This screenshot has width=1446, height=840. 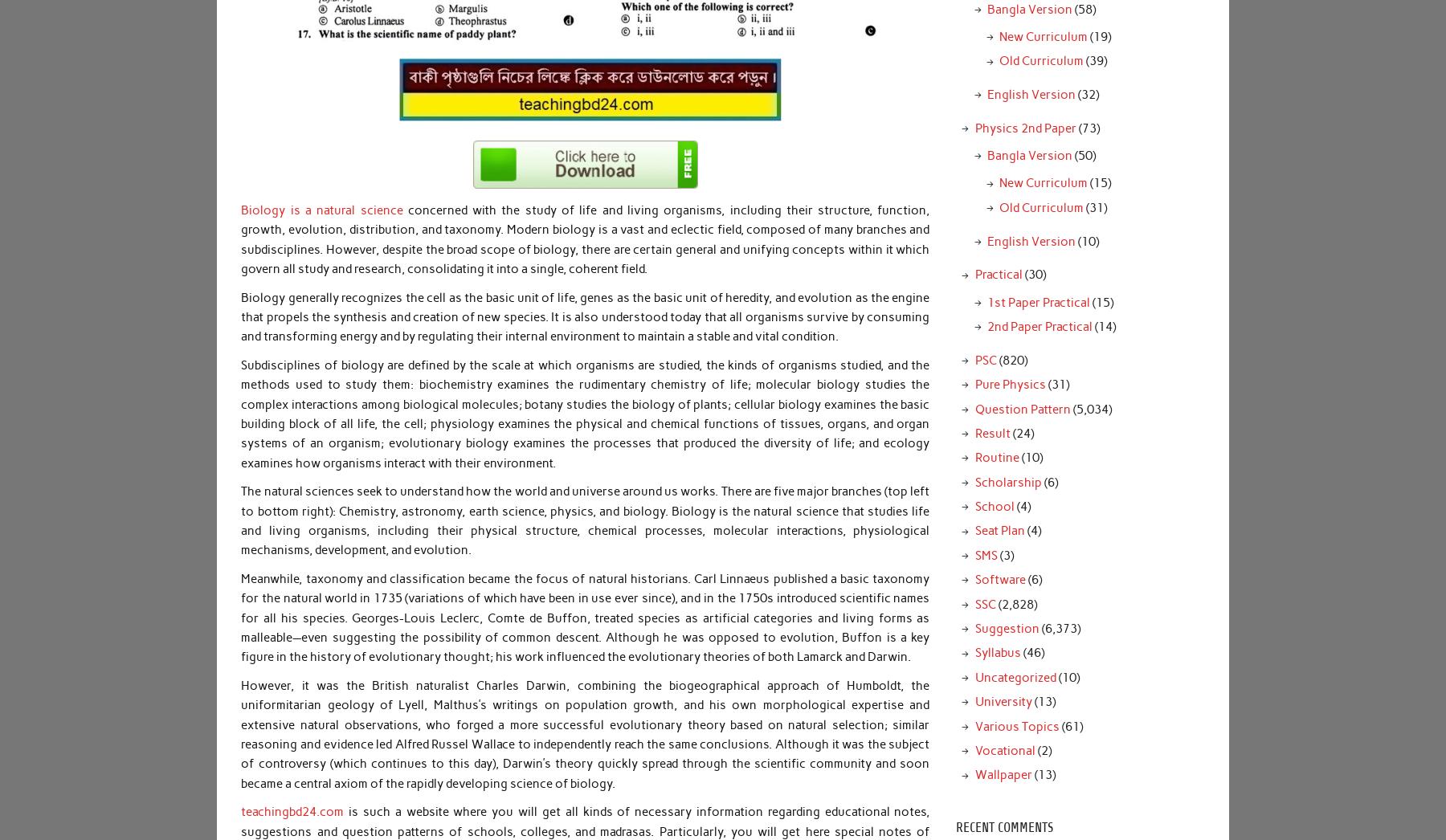 I want to click on 'teachingbd24.com', so click(x=240, y=811).